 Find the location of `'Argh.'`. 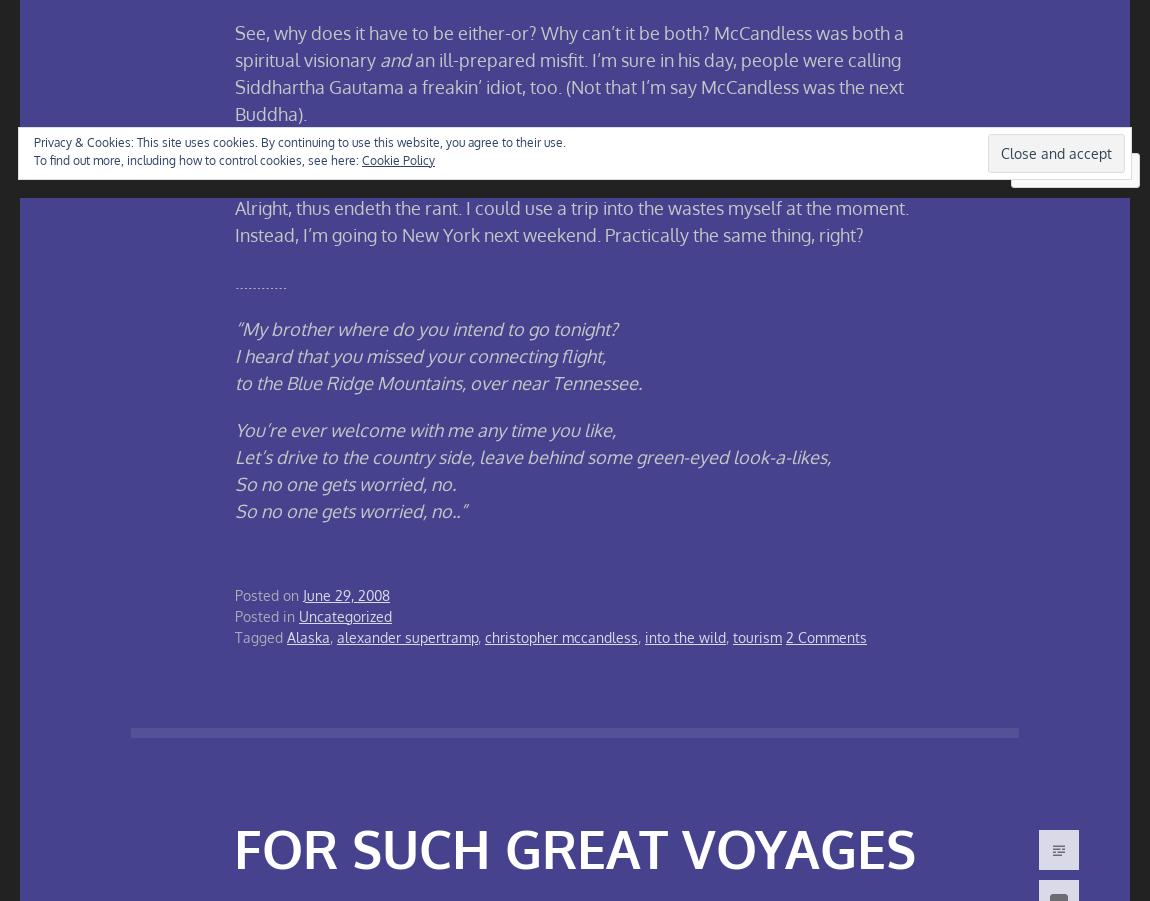

'Argh.' is located at coordinates (254, 160).